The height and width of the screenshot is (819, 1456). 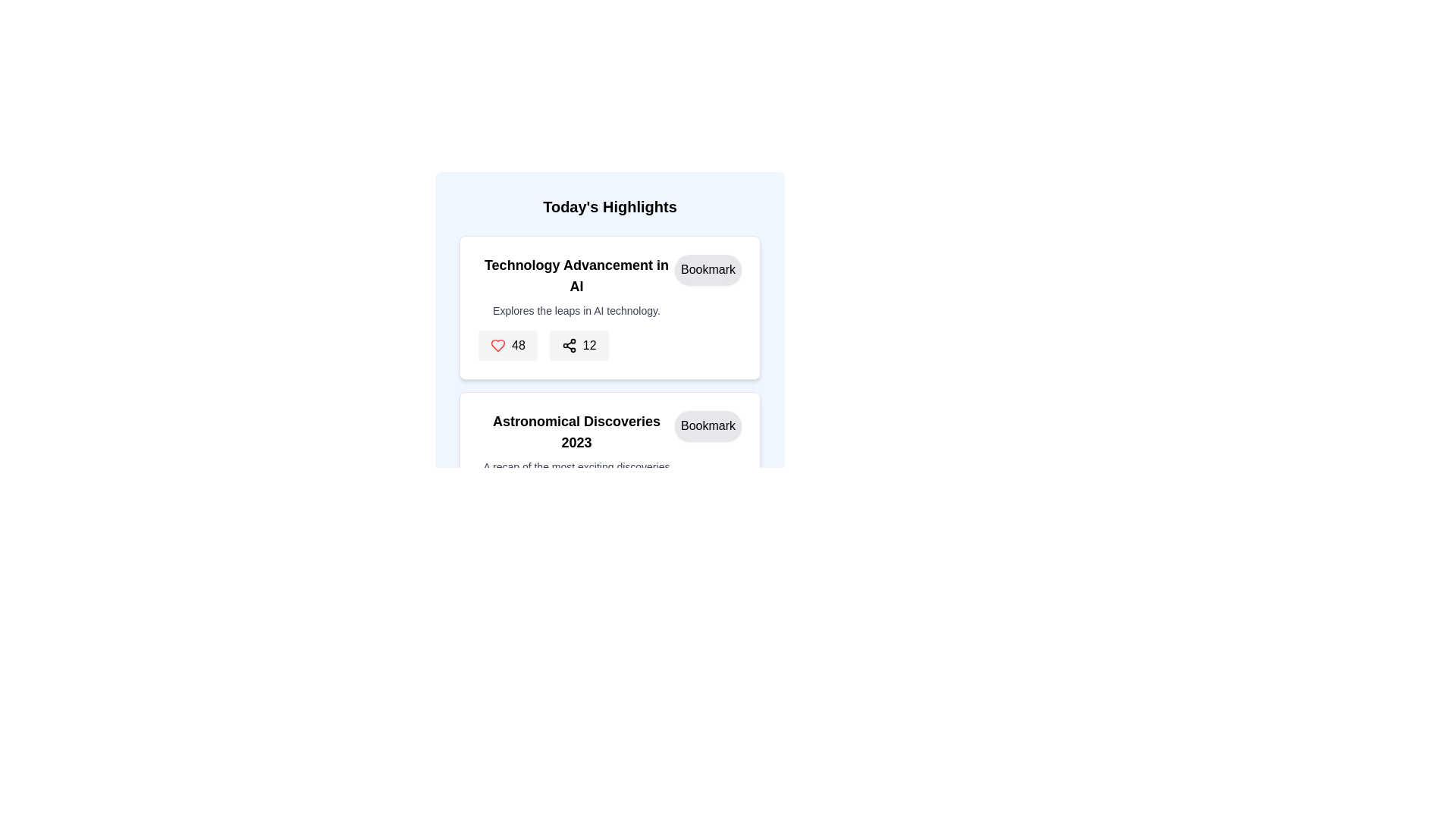 I want to click on title and subtitle of the content preview for 'Technology Advancement in AI' located in the top card of the 'Today's Highlights' section, so click(x=610, y=287).